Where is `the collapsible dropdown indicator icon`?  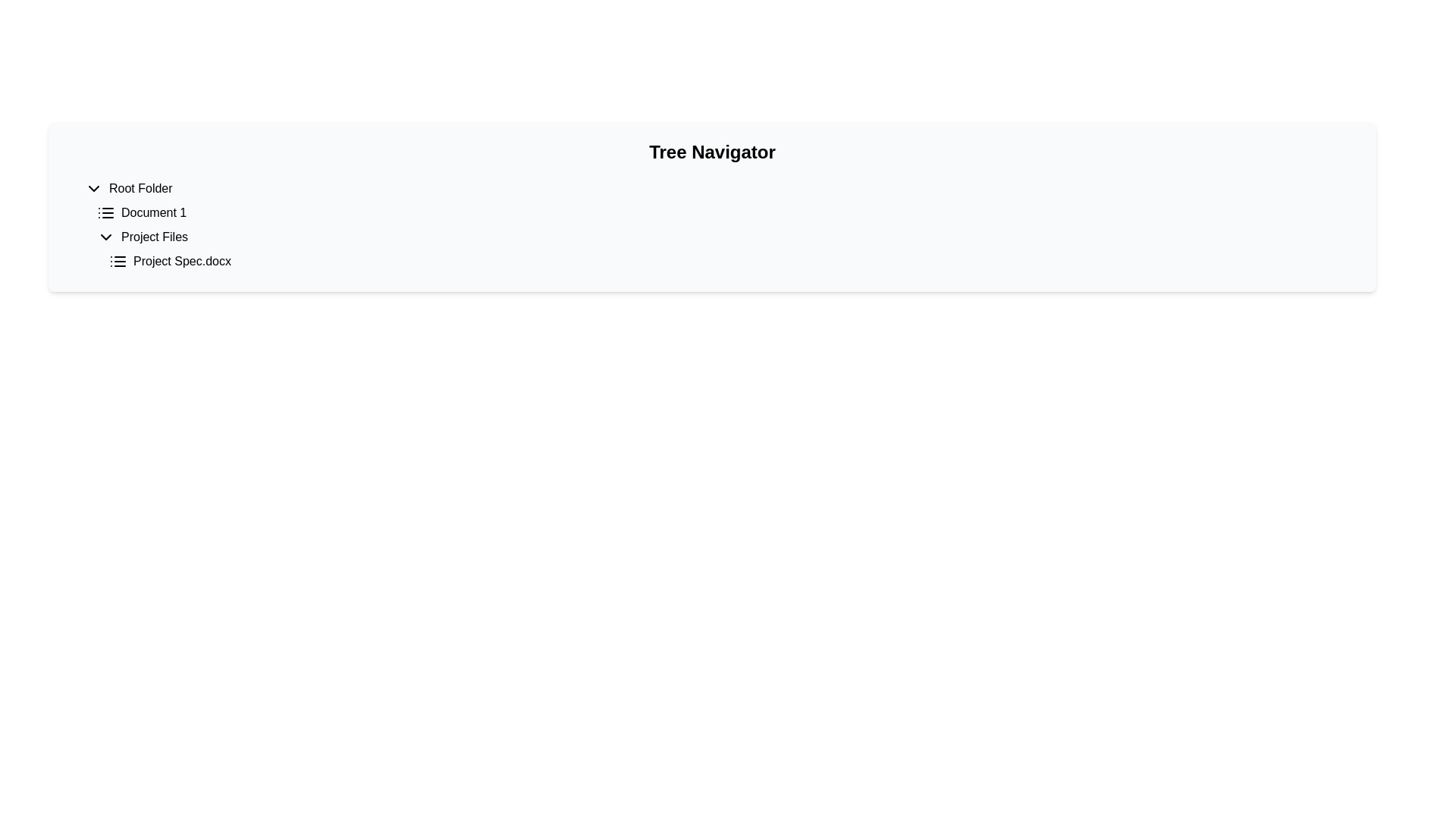
the collapsible dropdown indicator icon is located at coordinates (105, 237).